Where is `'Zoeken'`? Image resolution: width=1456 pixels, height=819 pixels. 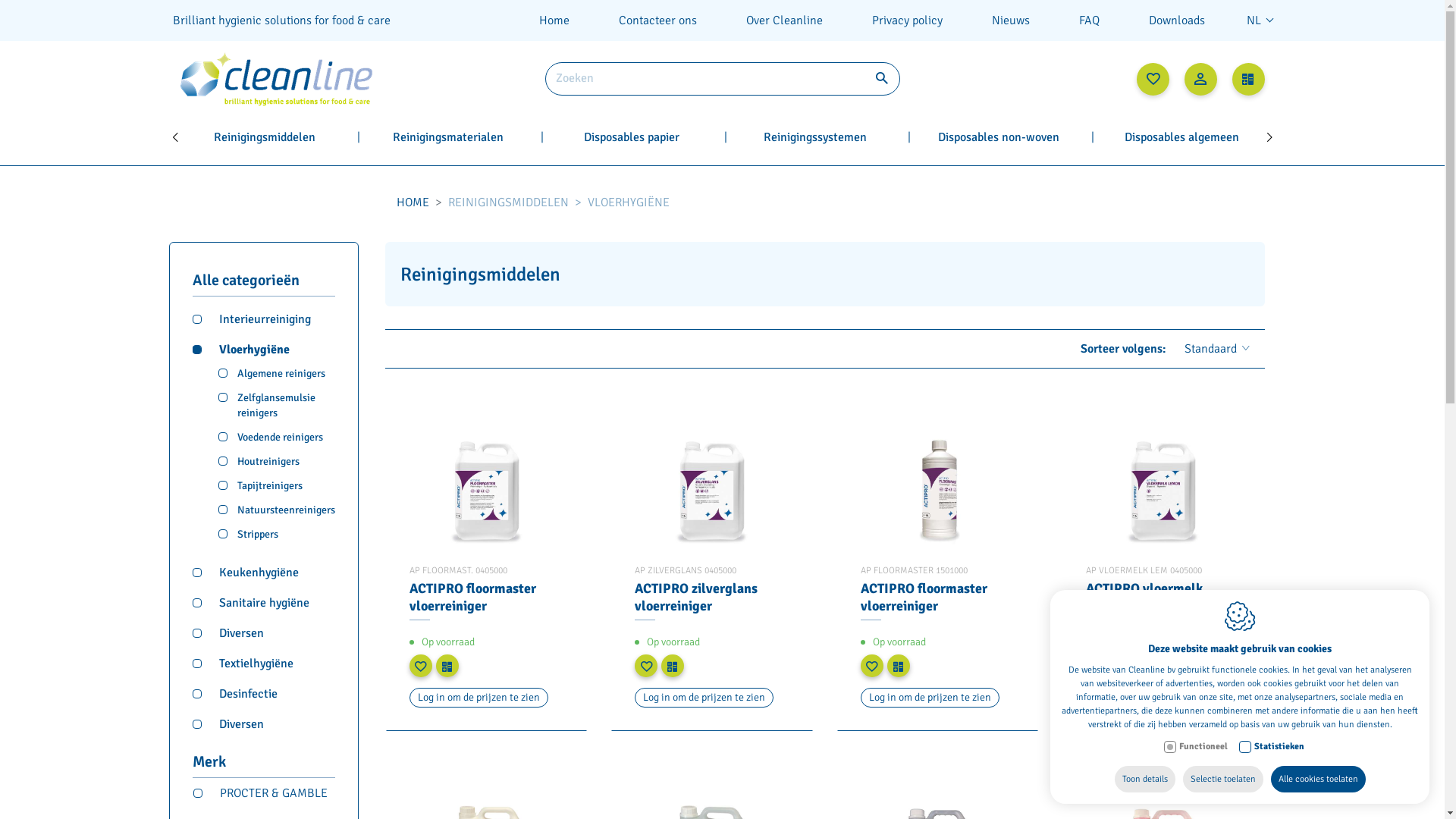
'Zoeken' is located at coordinates (880, 79).